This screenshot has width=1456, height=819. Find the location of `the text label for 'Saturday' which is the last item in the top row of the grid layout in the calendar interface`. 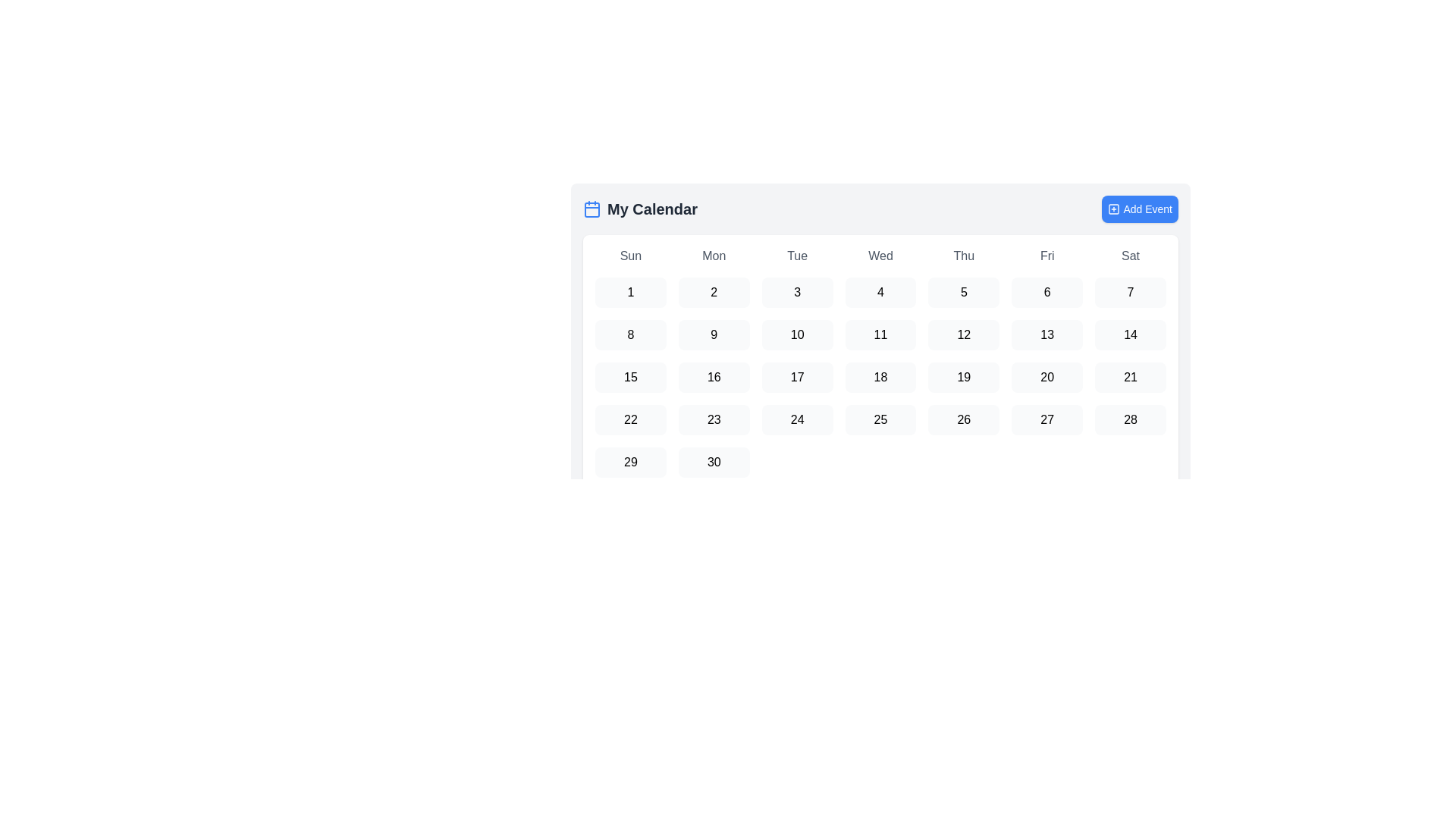

the text label for 'Saturday' which is the last item in the top row of the grid layout in the calendar interface is located at coordinates (1131, 256).